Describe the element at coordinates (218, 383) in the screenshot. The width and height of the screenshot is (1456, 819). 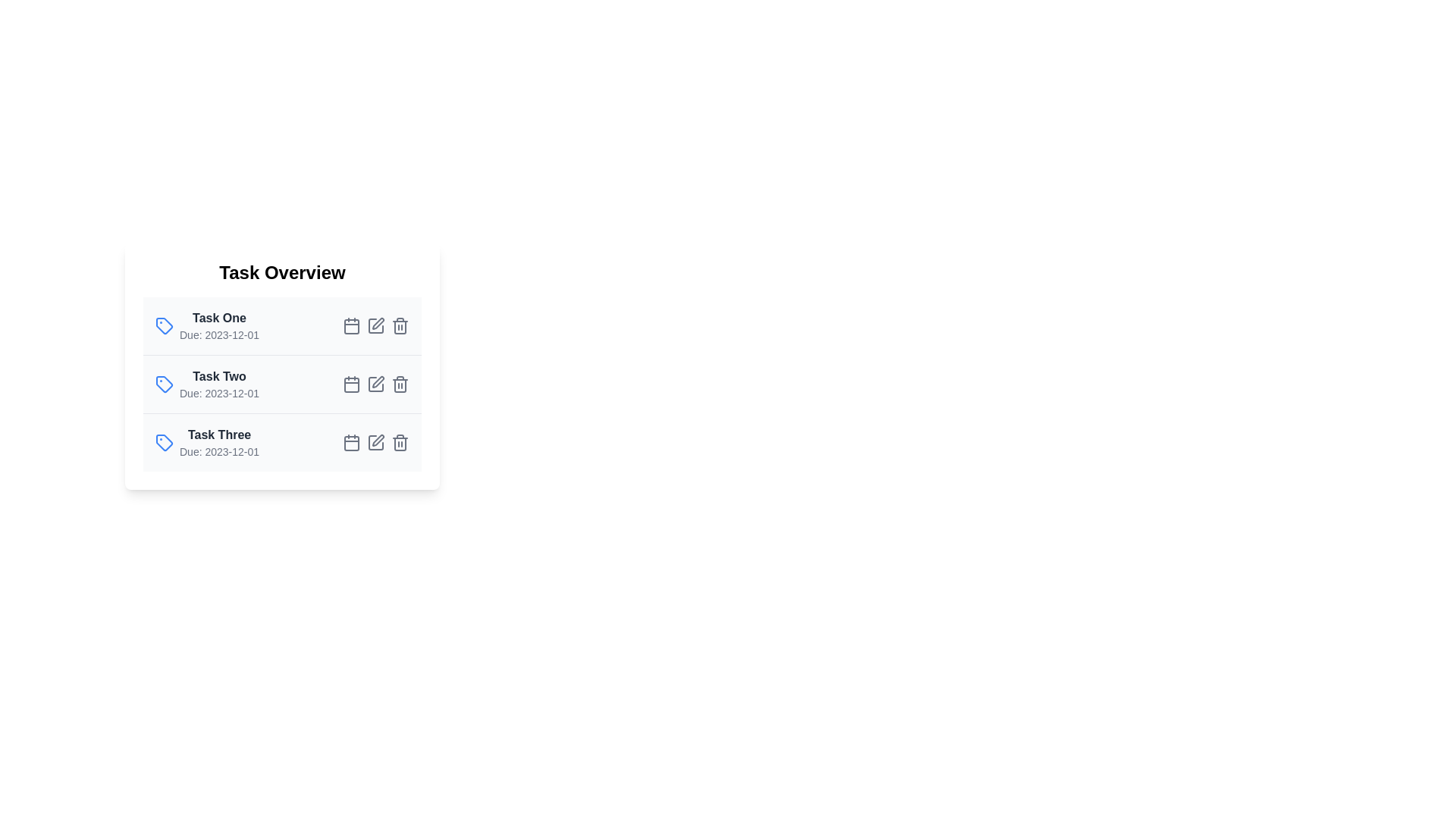
I see `text label that states 'Task Two' and 'Due: 2023-12-01', which is the second item under the 'Task Overview' heading` at that location.